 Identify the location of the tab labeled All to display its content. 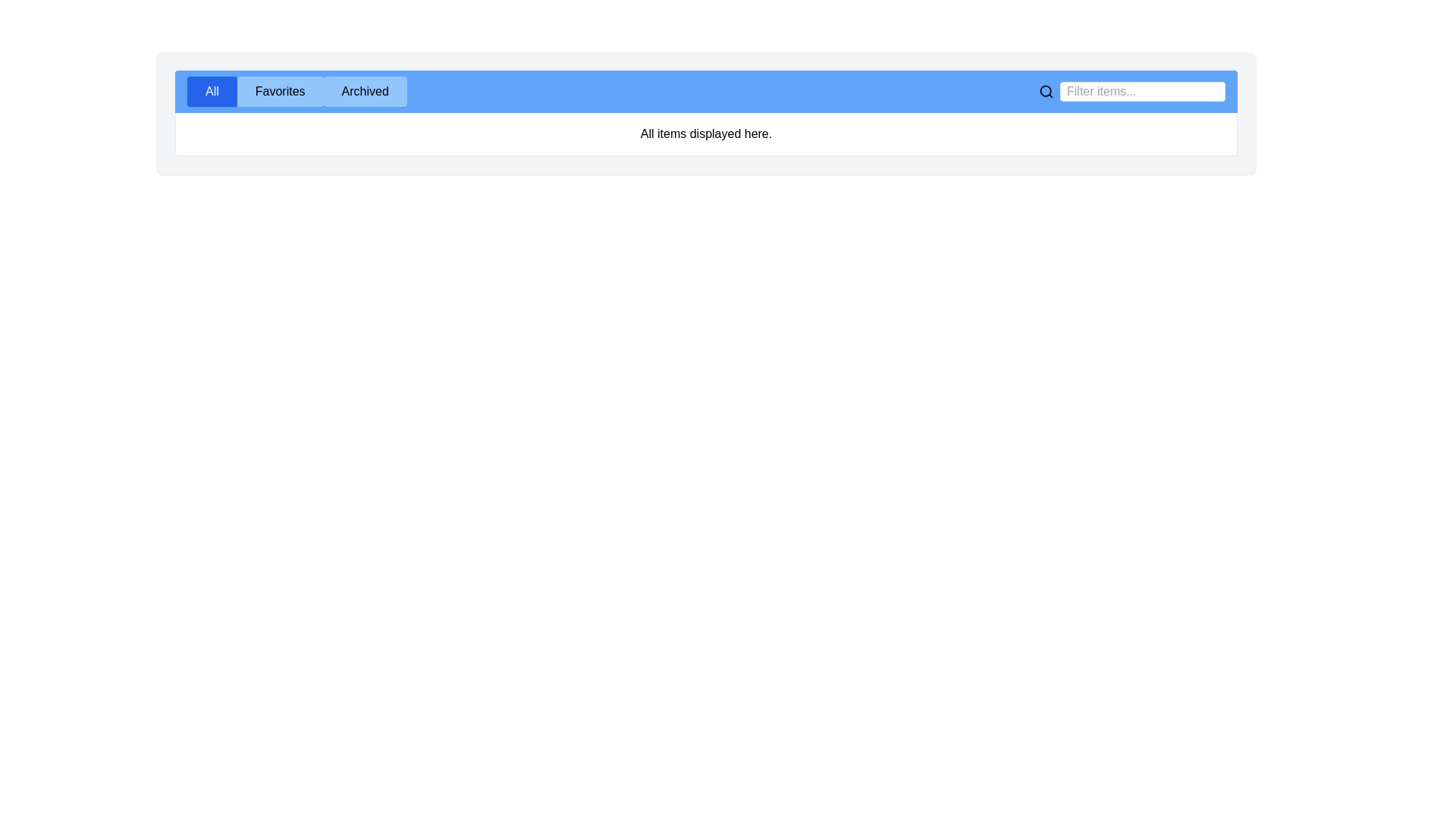
(211, 91).